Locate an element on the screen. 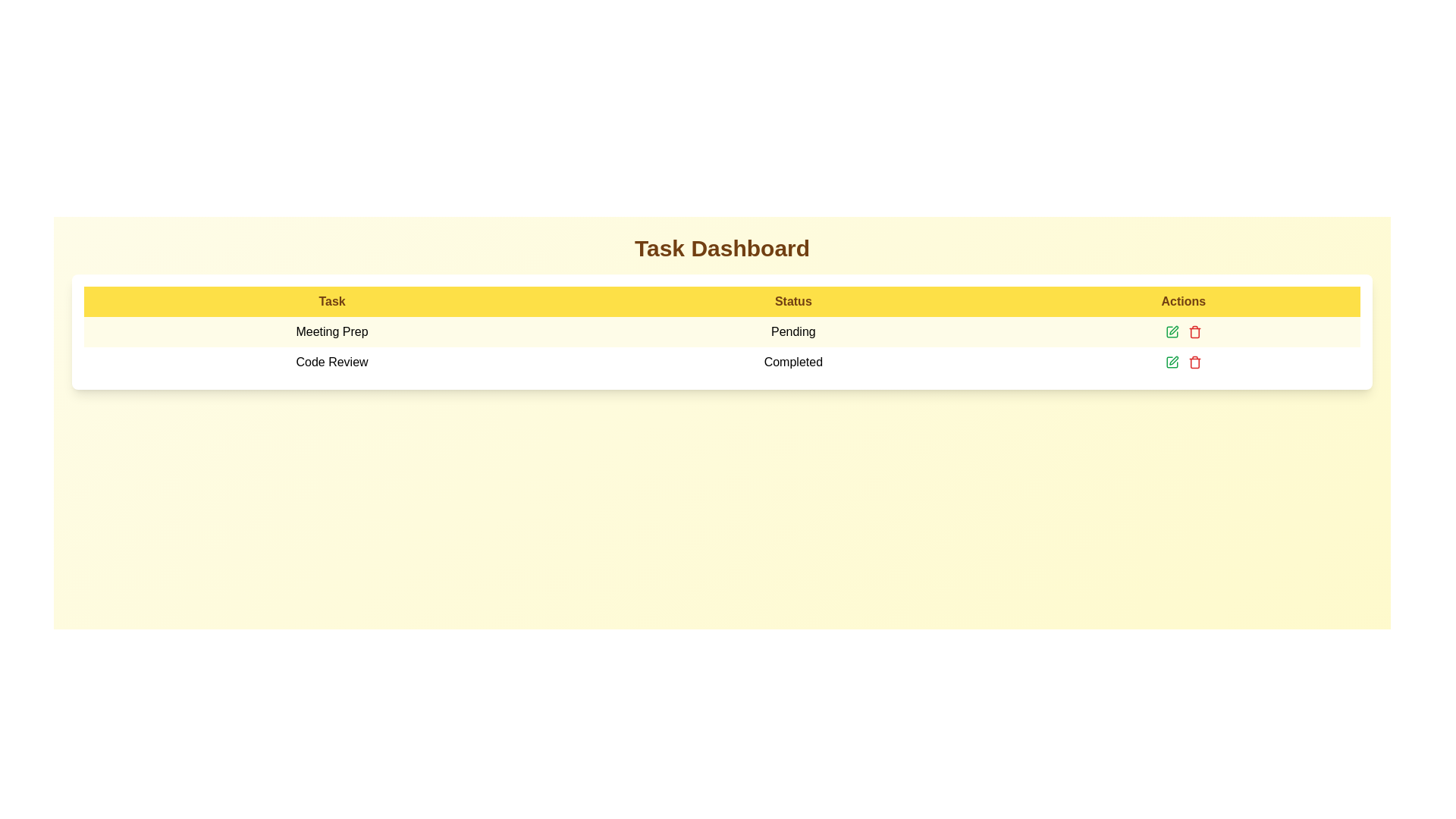 This screenshot has height=819, width=1456. text heading at the top section of the task dashboard, which indicates the purpose of the content below is located at coordinates (721, 247).